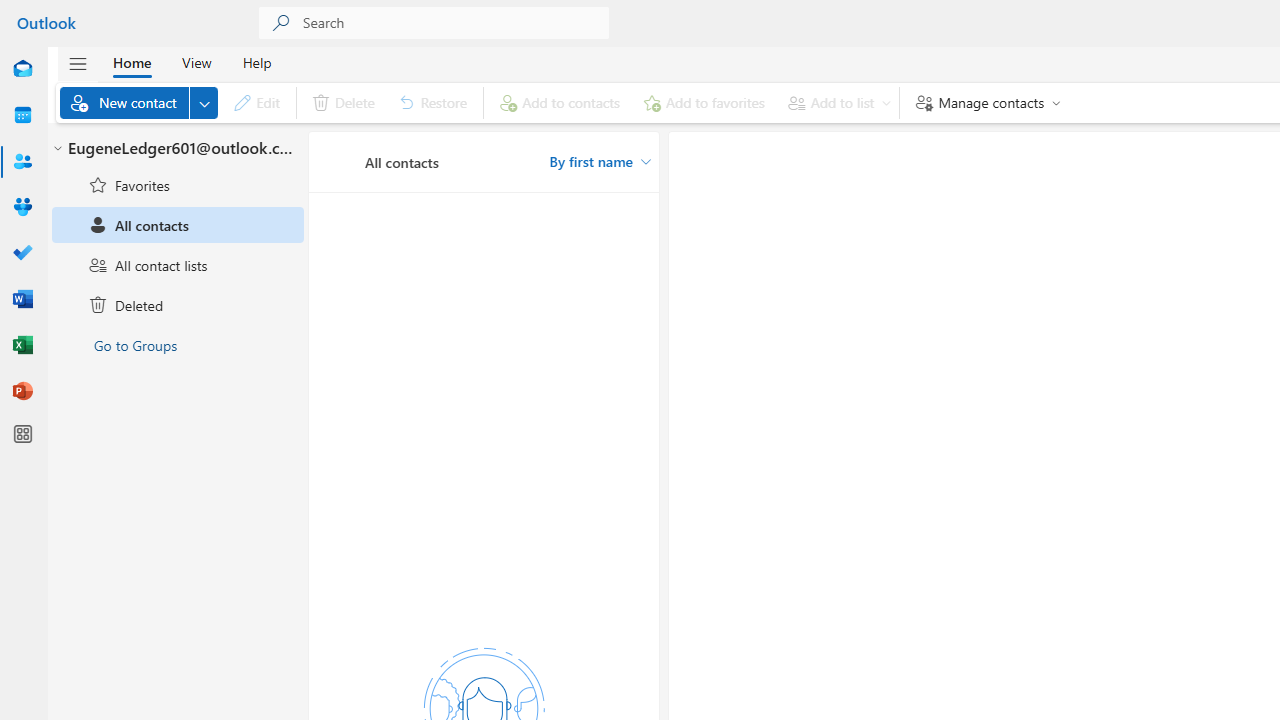  Describe the element at coordinates (835, 102) in the screenshot. I see `'Add to list'` at that location.